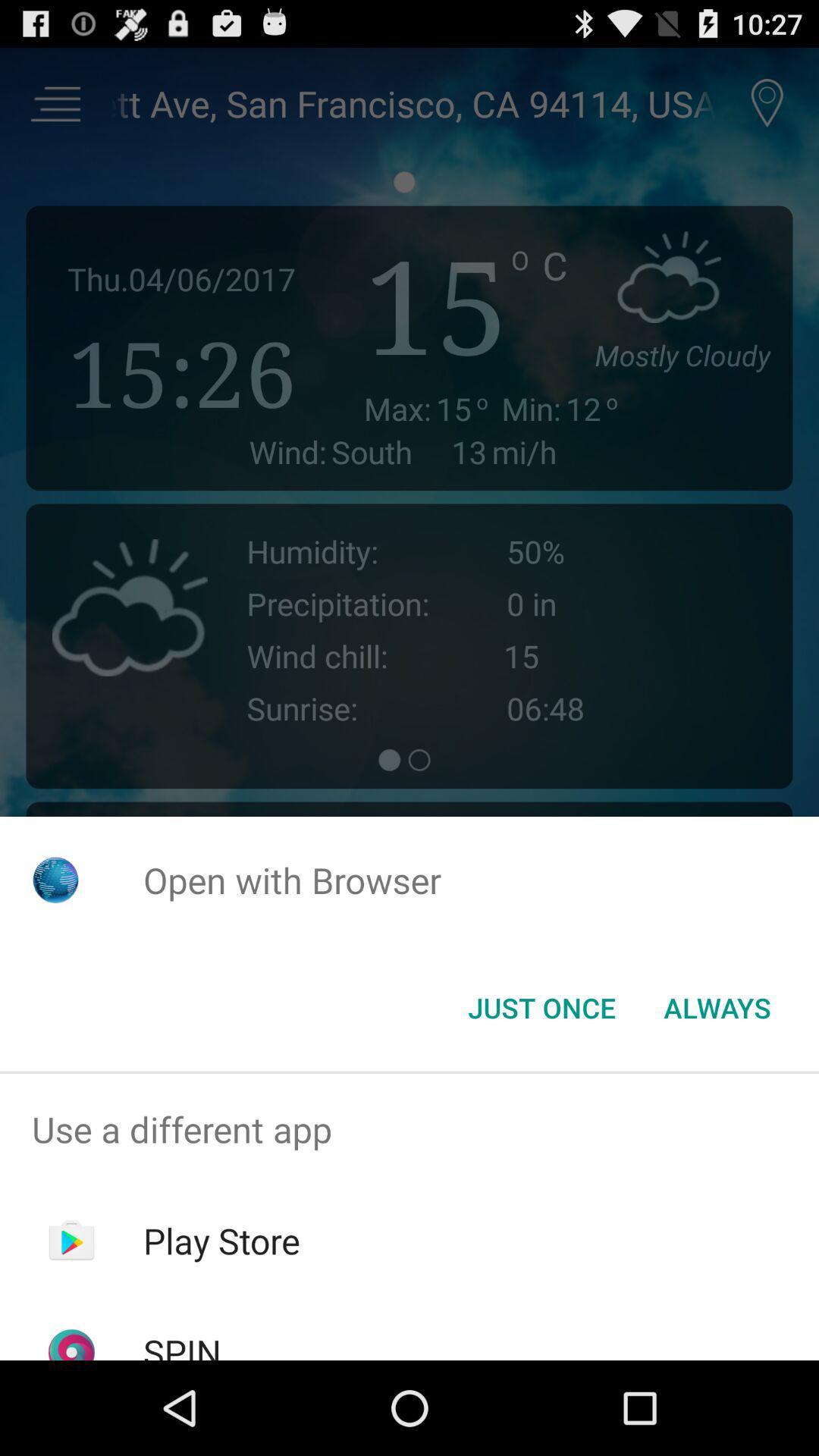 This screenshot has width=819, height=1456. I want to click on the just once item, so click(541, 1008).